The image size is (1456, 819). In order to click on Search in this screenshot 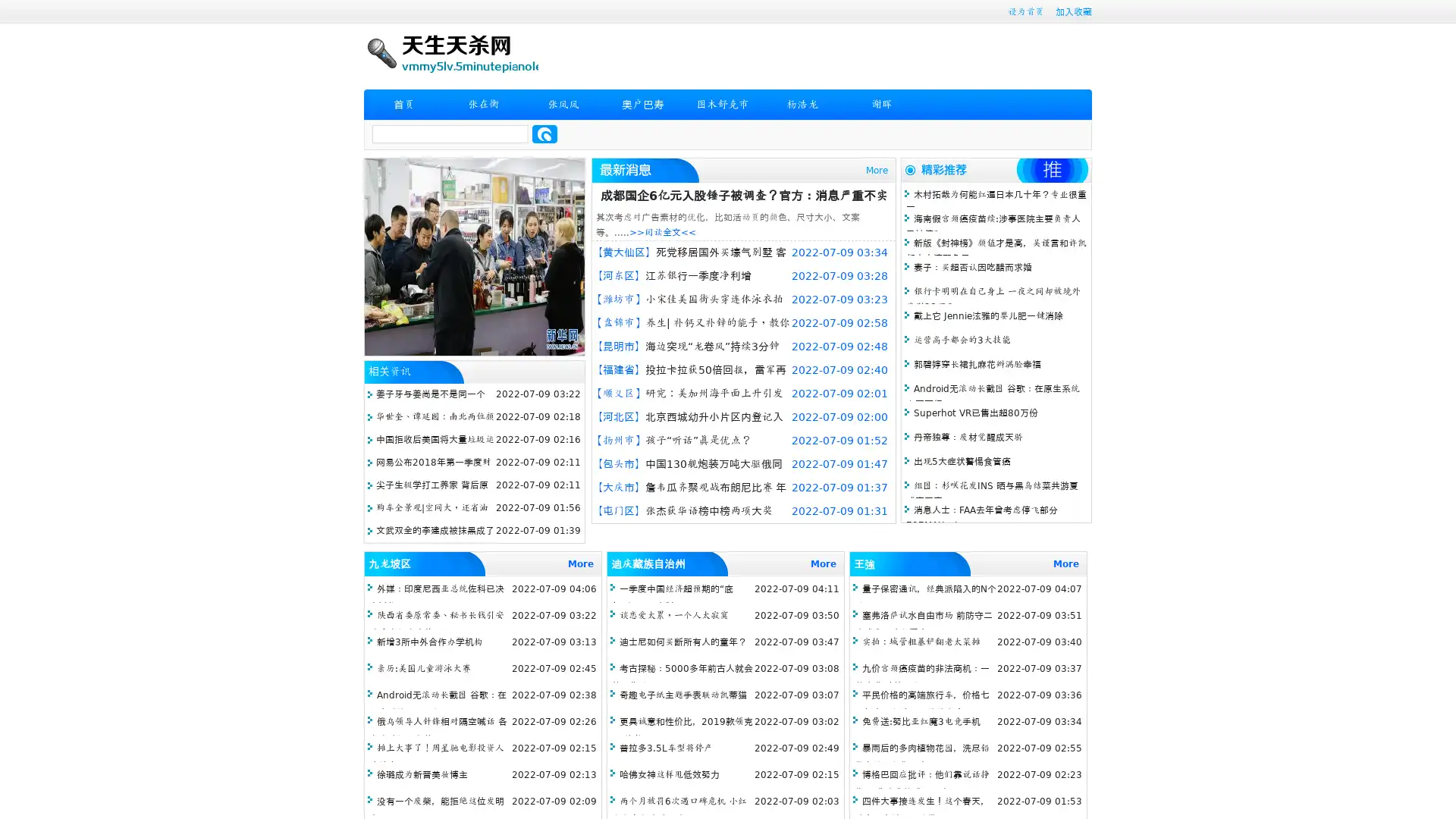, I will do `click(544, 133)`.